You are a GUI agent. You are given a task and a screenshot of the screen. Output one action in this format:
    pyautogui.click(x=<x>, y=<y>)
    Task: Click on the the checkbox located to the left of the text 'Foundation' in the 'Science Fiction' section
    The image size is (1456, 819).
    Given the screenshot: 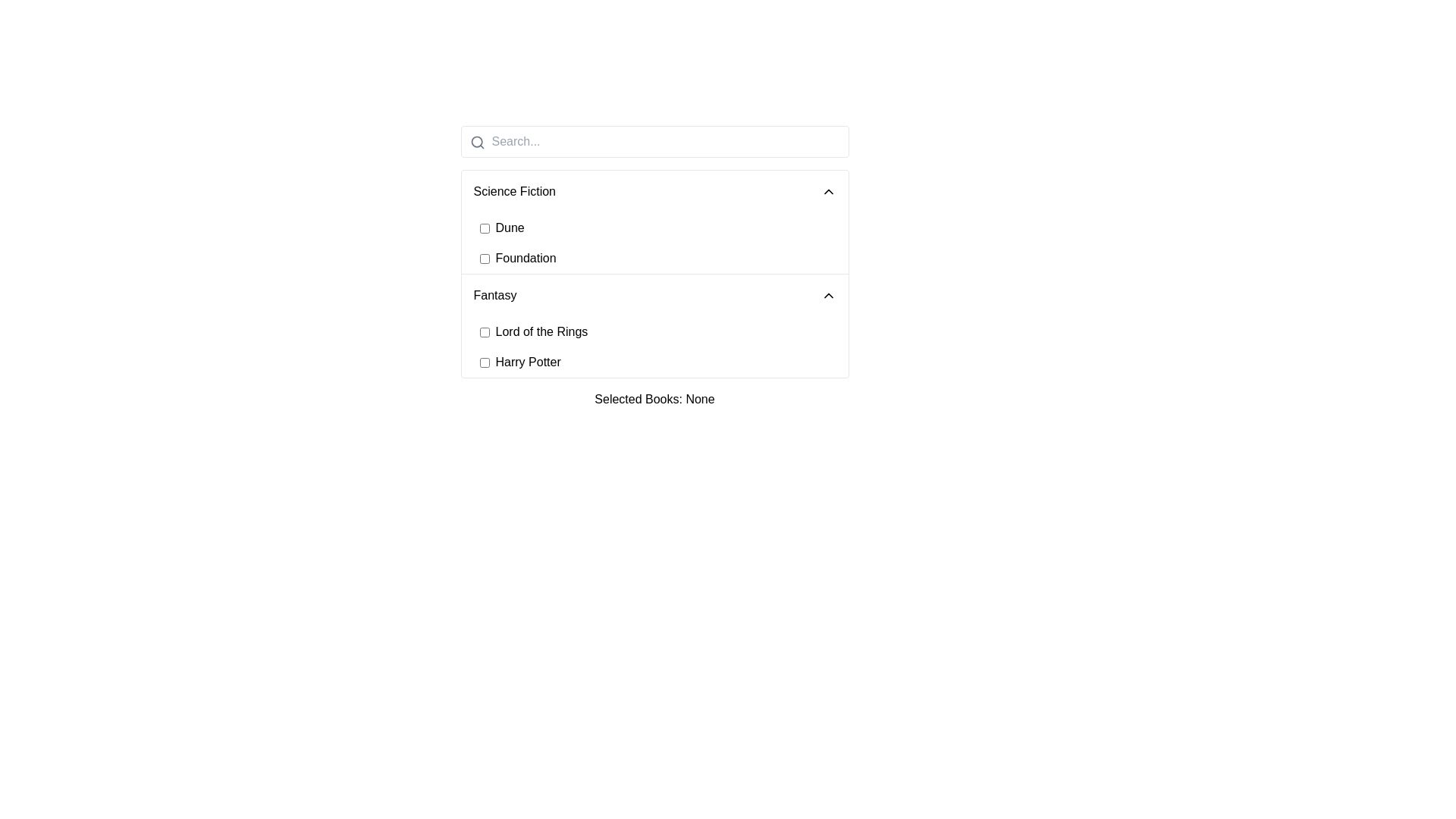 What is the action you would take?
    pyautogui.click(x=483, y=257)
    